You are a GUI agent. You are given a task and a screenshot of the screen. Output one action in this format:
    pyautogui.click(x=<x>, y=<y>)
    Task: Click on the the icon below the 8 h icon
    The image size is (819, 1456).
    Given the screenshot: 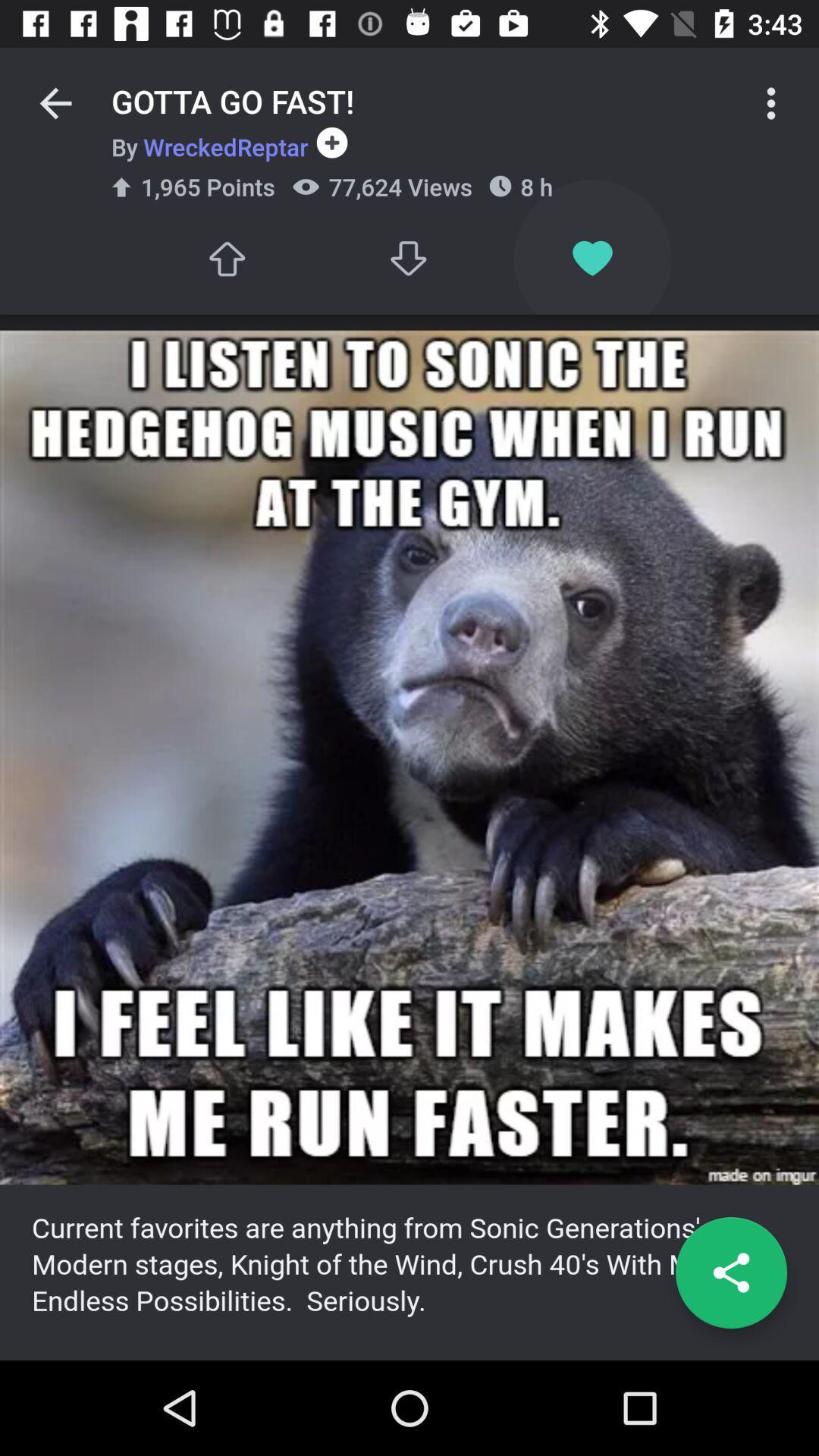 What is the action you would take?
    pyautogui.click(x=591, y=259)
    